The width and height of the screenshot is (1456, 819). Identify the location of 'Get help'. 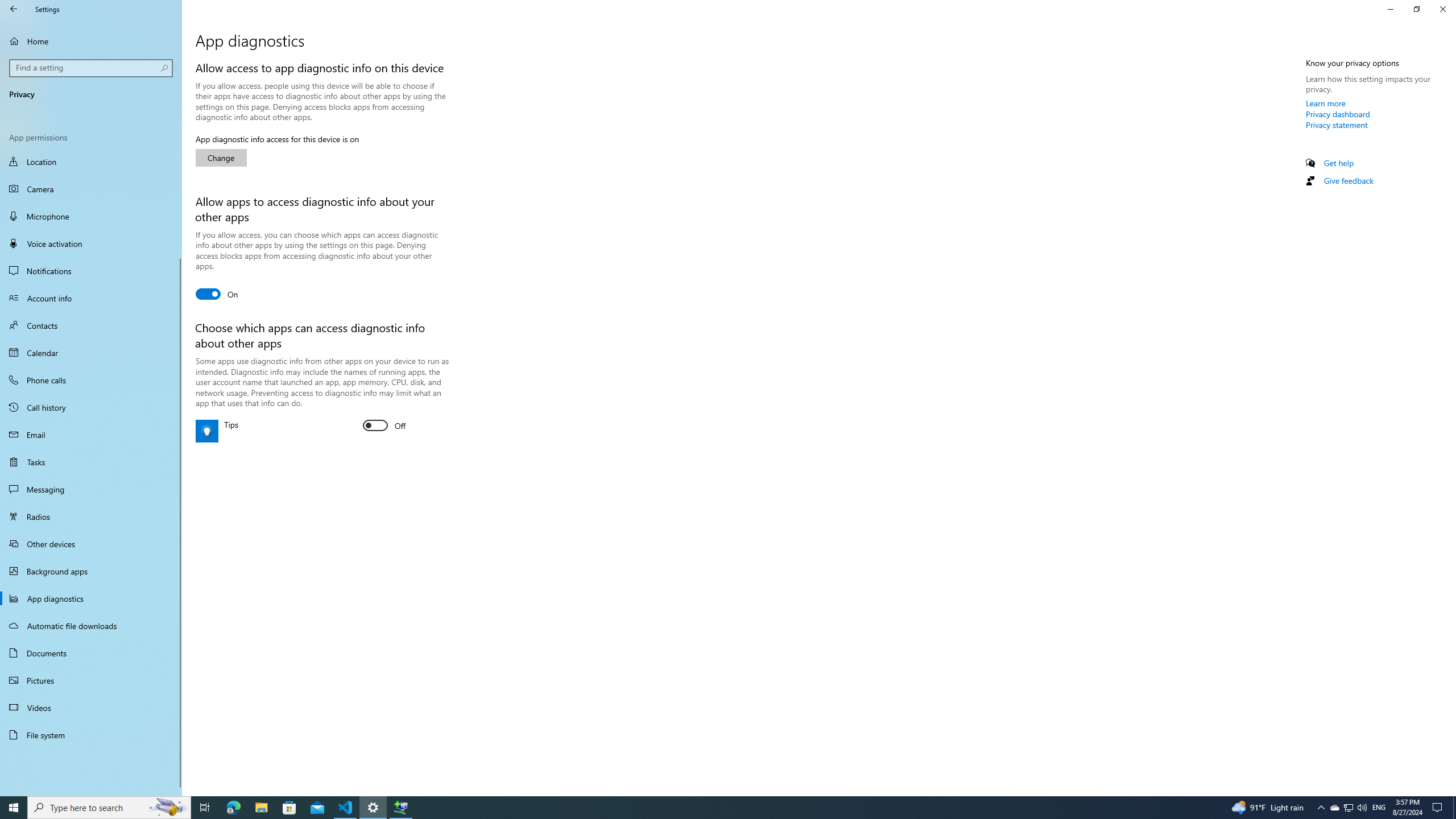
(1338, 163).